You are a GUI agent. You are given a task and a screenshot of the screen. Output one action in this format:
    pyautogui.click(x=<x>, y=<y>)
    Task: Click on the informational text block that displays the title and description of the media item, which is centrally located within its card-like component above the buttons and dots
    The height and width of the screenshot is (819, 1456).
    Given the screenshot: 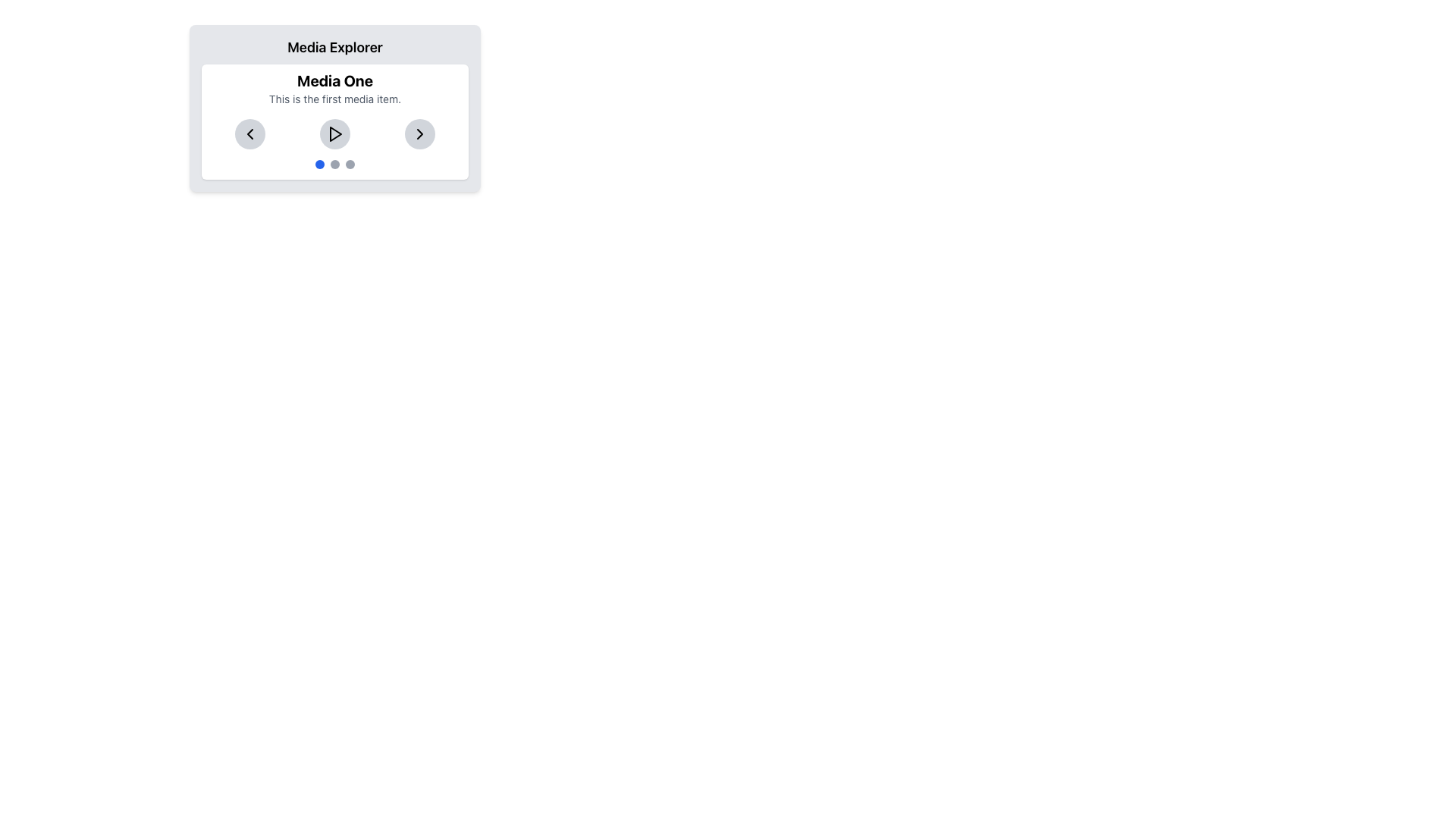 What is the action you would take?
    pyautogui.click(x=334, y=88)
    